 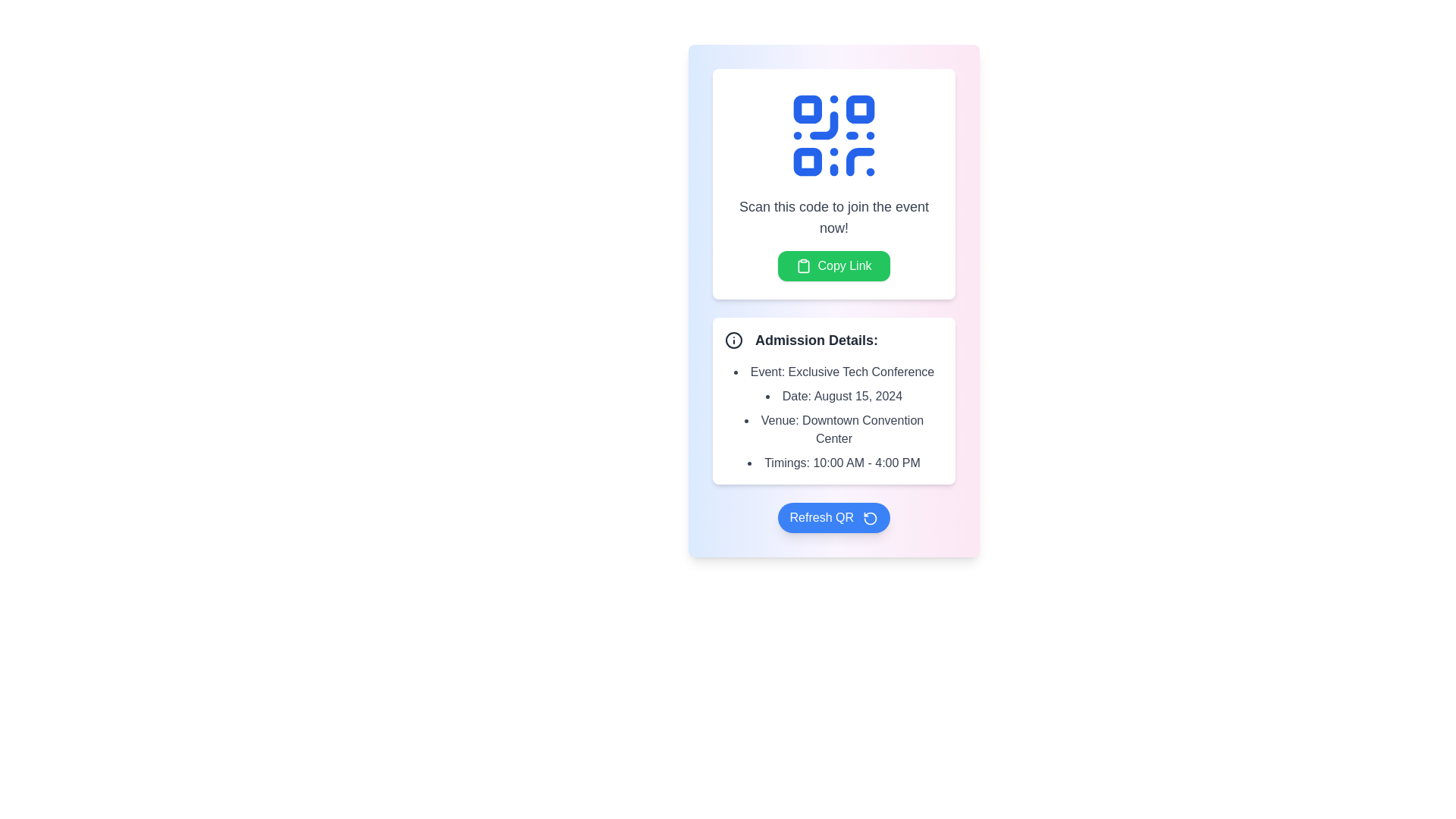 What do you see at coordinates (787, 462) in the screenshot?
I see `the Text label indicating the timing information for the event, located in the fourth bullet point of the 'Admission Details' section` at bounding box center [787, 462].